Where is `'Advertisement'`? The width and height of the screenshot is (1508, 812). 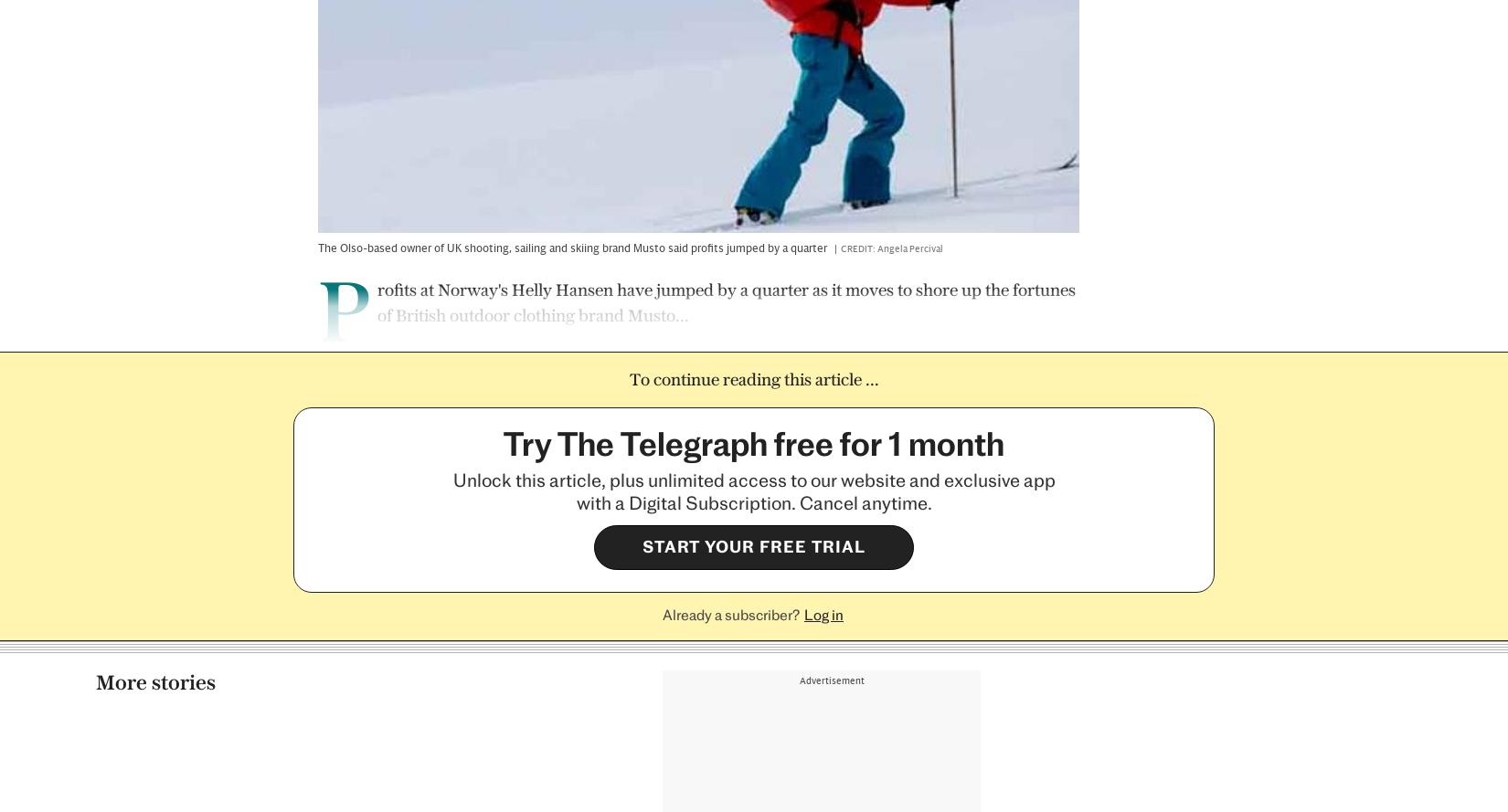
'Advertisement' is located at coordinates (832, 117).